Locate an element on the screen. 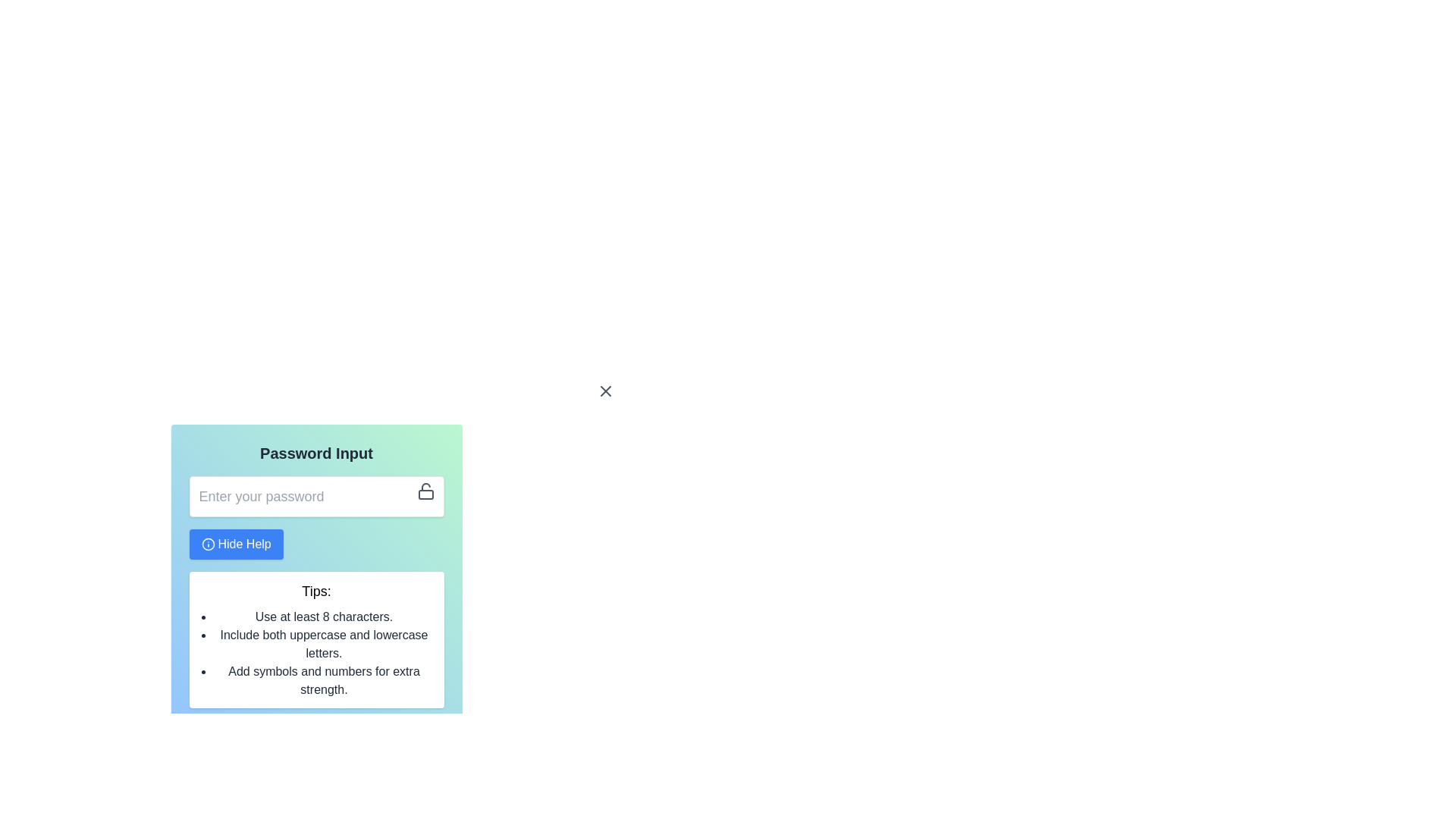 This screenshot has height=819, width=1456. text statement saying "Add symbols and numbers for extra strength." from the third item in the bulleted list within the 'Tips' box located at the center of the lower portion of the interface is located at coordinates (323, 680).